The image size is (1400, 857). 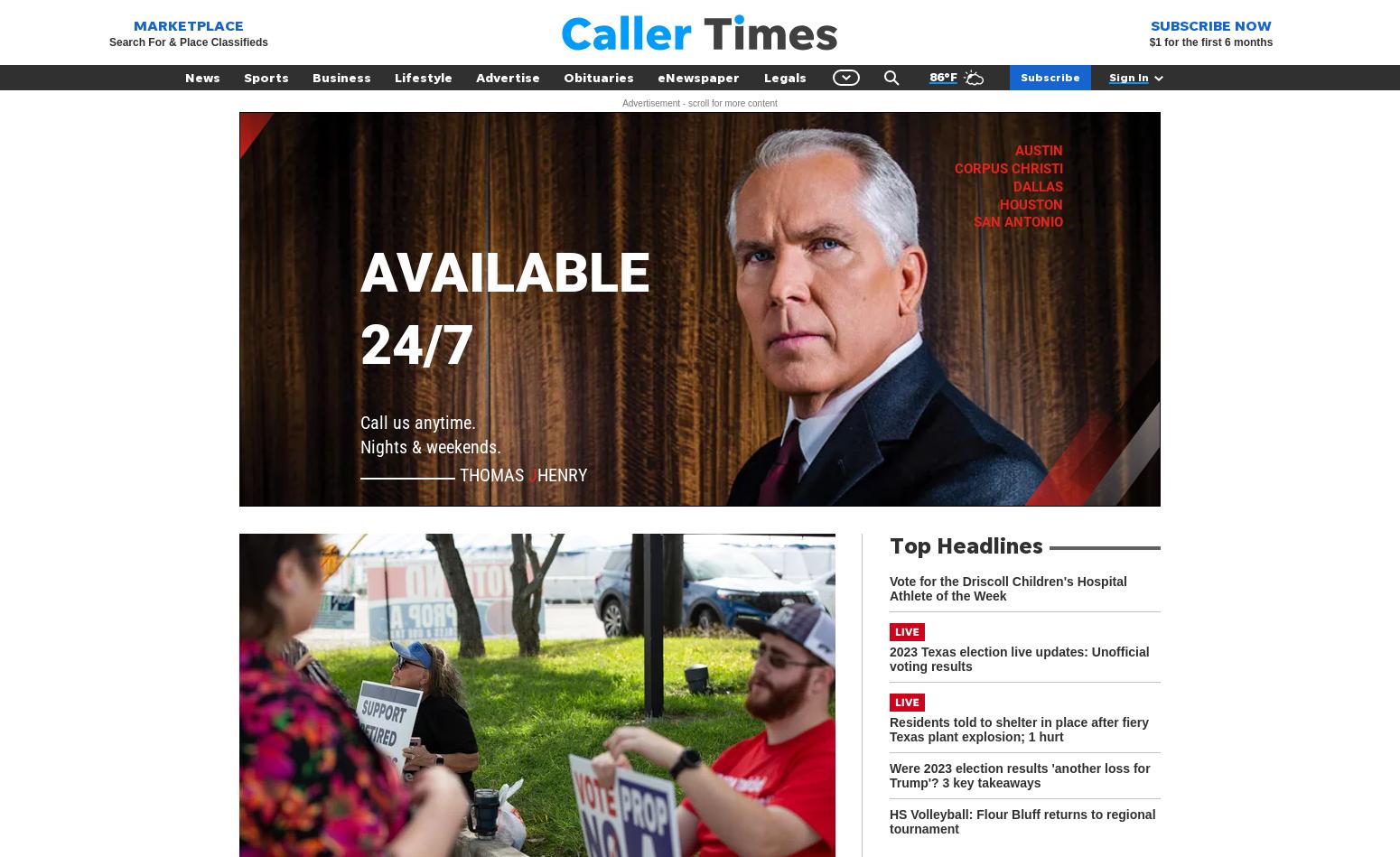 I want to click on 'Residents told to shelter in place after fiery Texas plant explosion; 1 hurt', so click(x=1018, y=728).